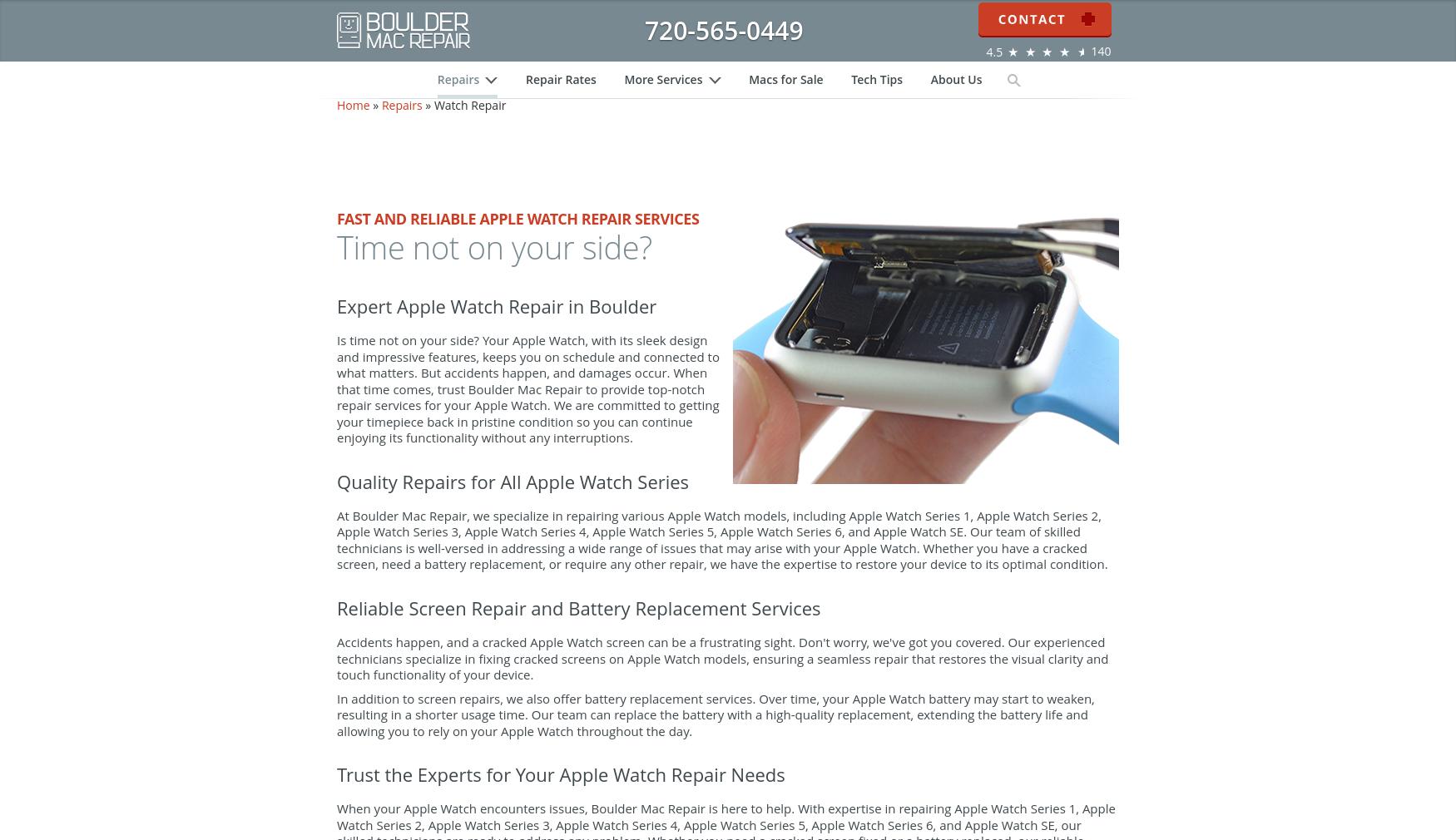  I want to click on 'Contact', so click(1042, 17).